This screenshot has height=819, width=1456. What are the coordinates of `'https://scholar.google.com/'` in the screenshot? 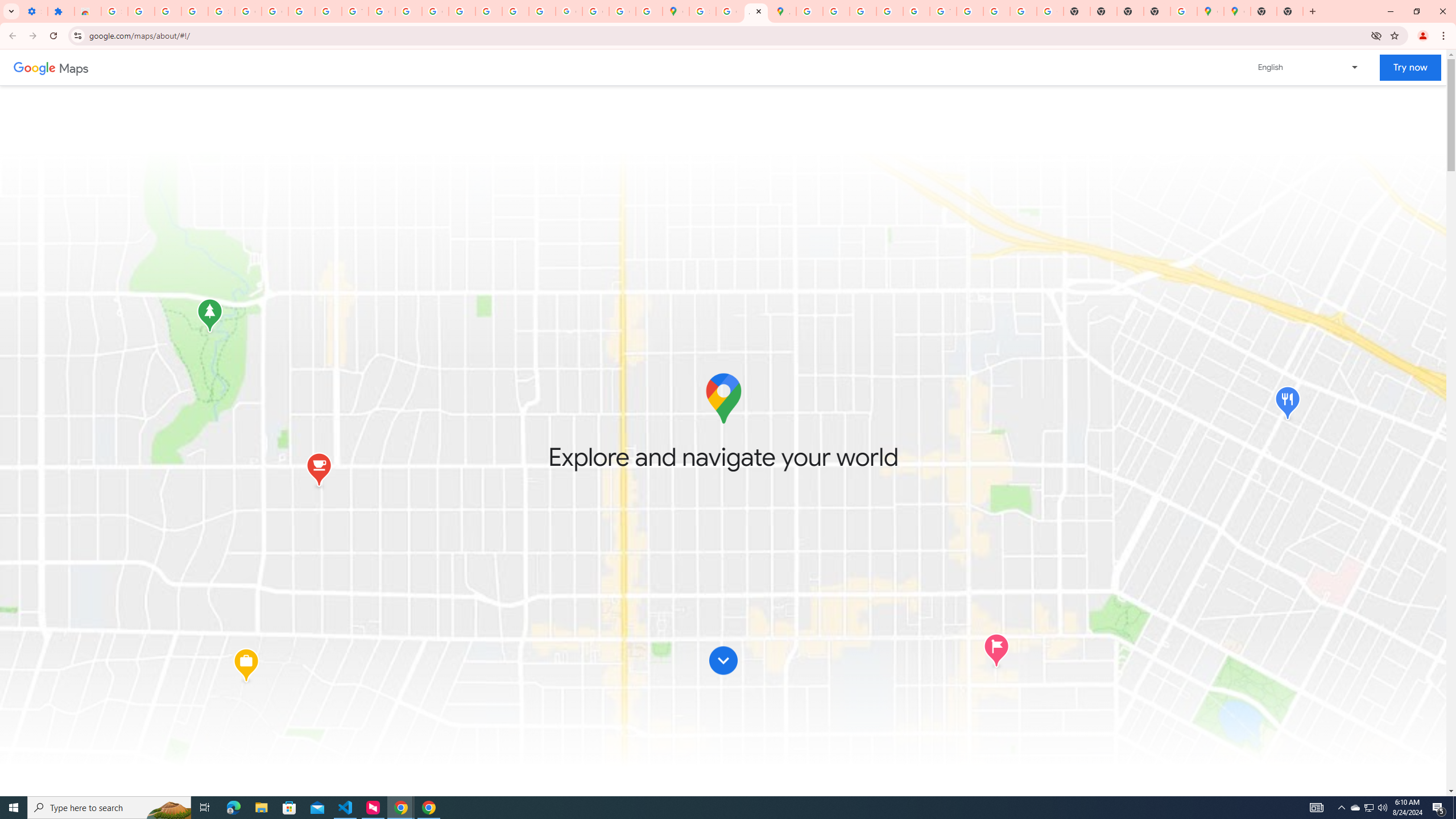 It's located at (408, 11).